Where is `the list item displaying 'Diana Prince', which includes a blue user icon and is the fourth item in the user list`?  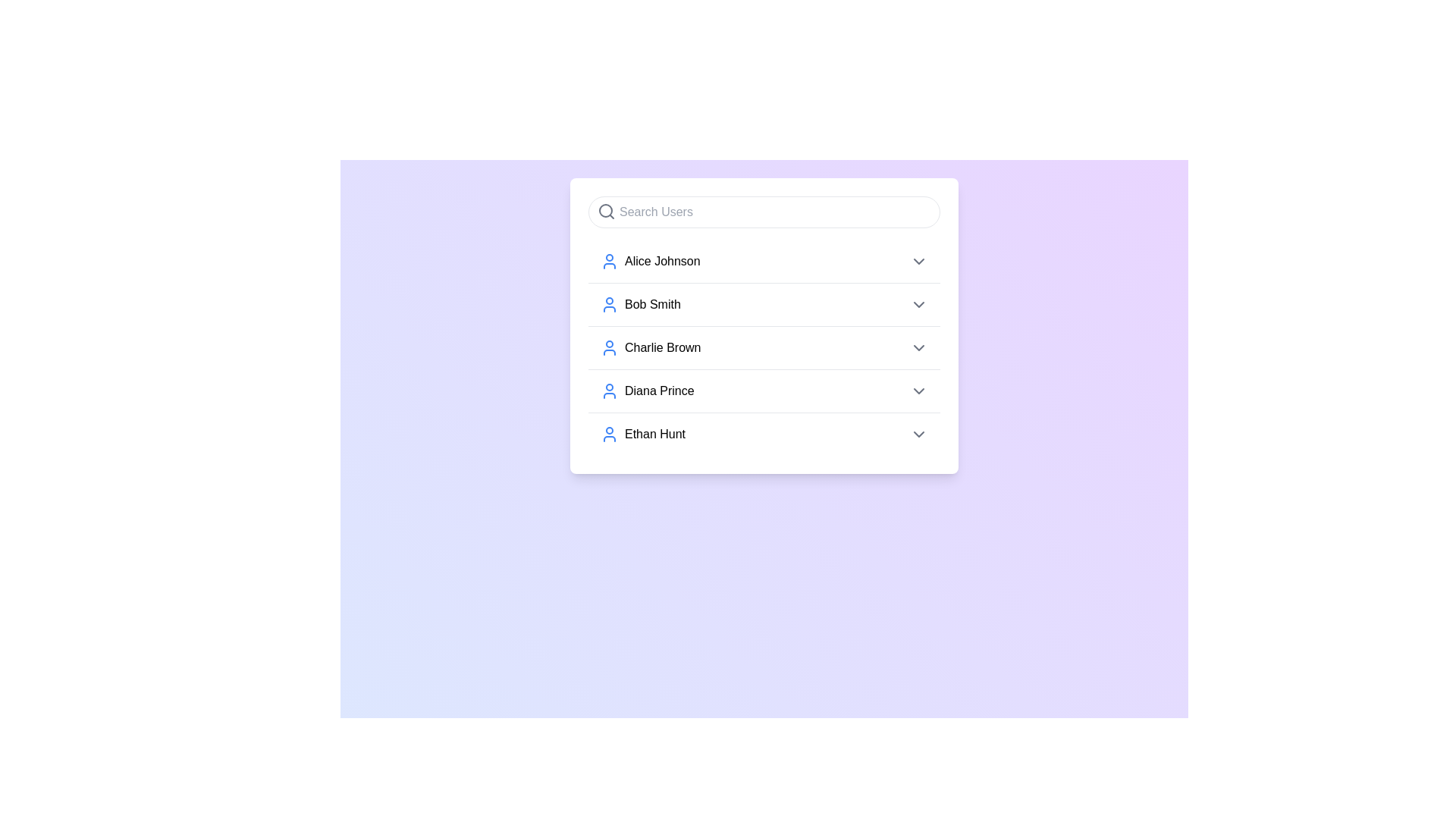 the list item displaying 'Diana Prince', which includes a blue user icon and is the fourth item in the user list is located at coordinates (647, 391).